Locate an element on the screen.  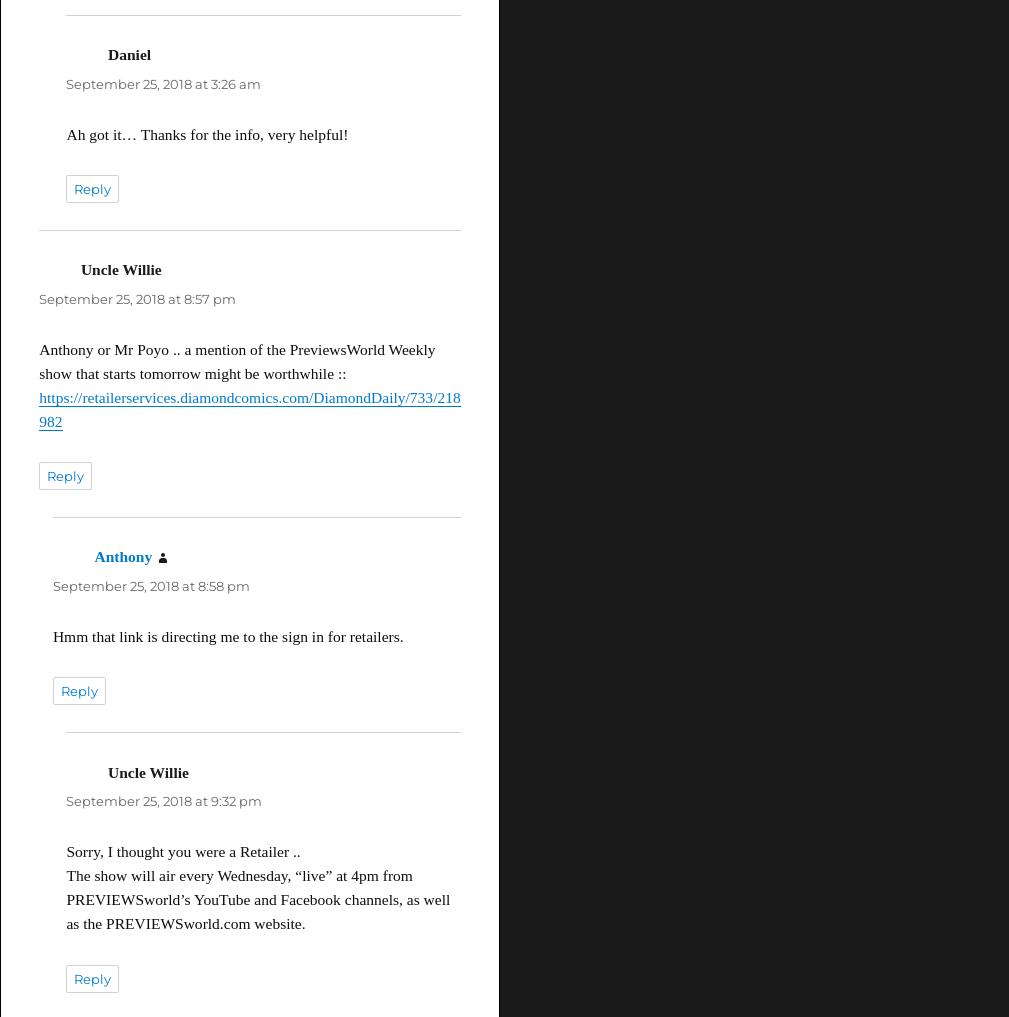
'September 25, 2018 at 3:26 am' is located at coordinates (162, 82).